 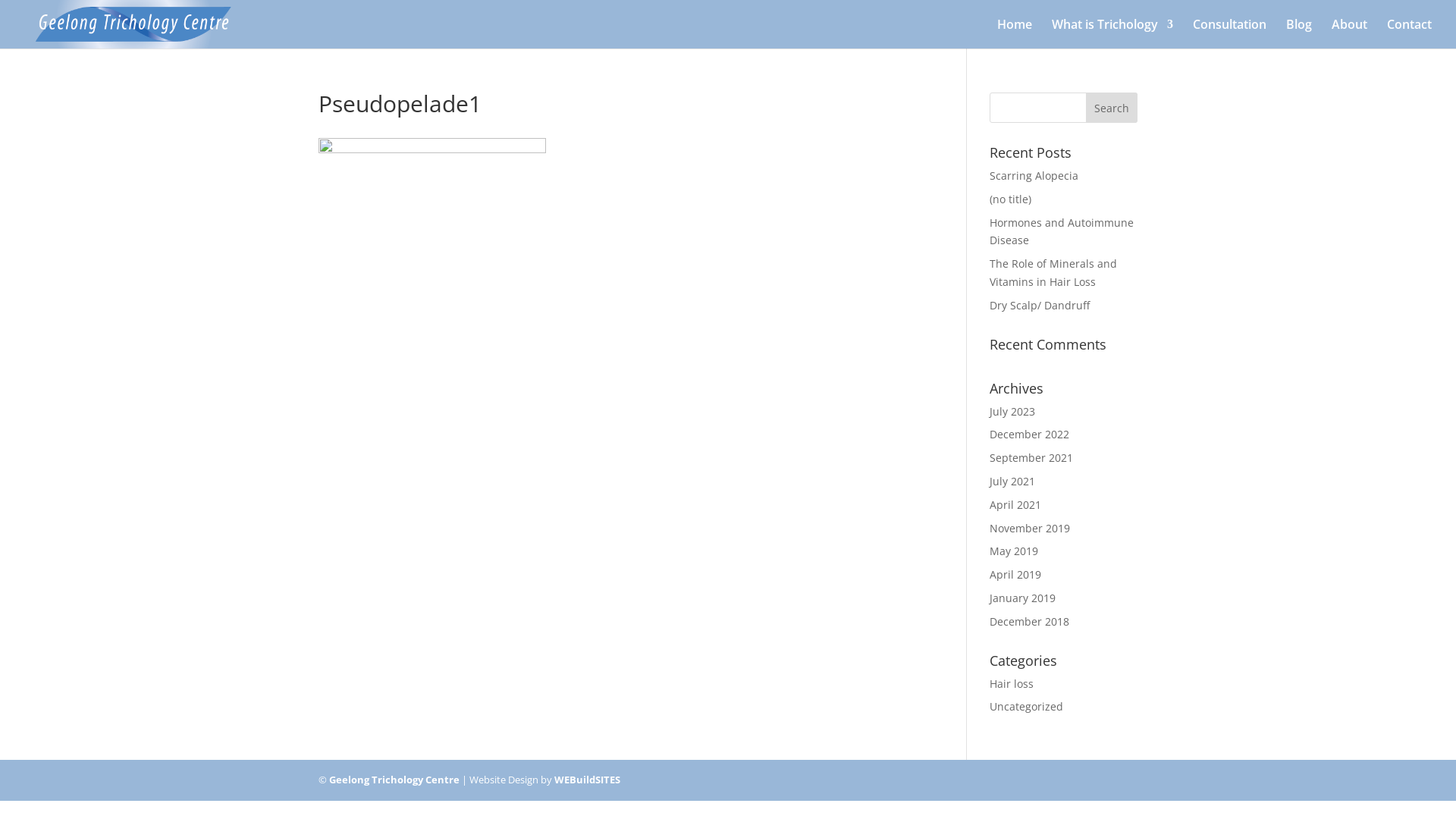 I want to click on 'Search', so click(x=1084, y=107).